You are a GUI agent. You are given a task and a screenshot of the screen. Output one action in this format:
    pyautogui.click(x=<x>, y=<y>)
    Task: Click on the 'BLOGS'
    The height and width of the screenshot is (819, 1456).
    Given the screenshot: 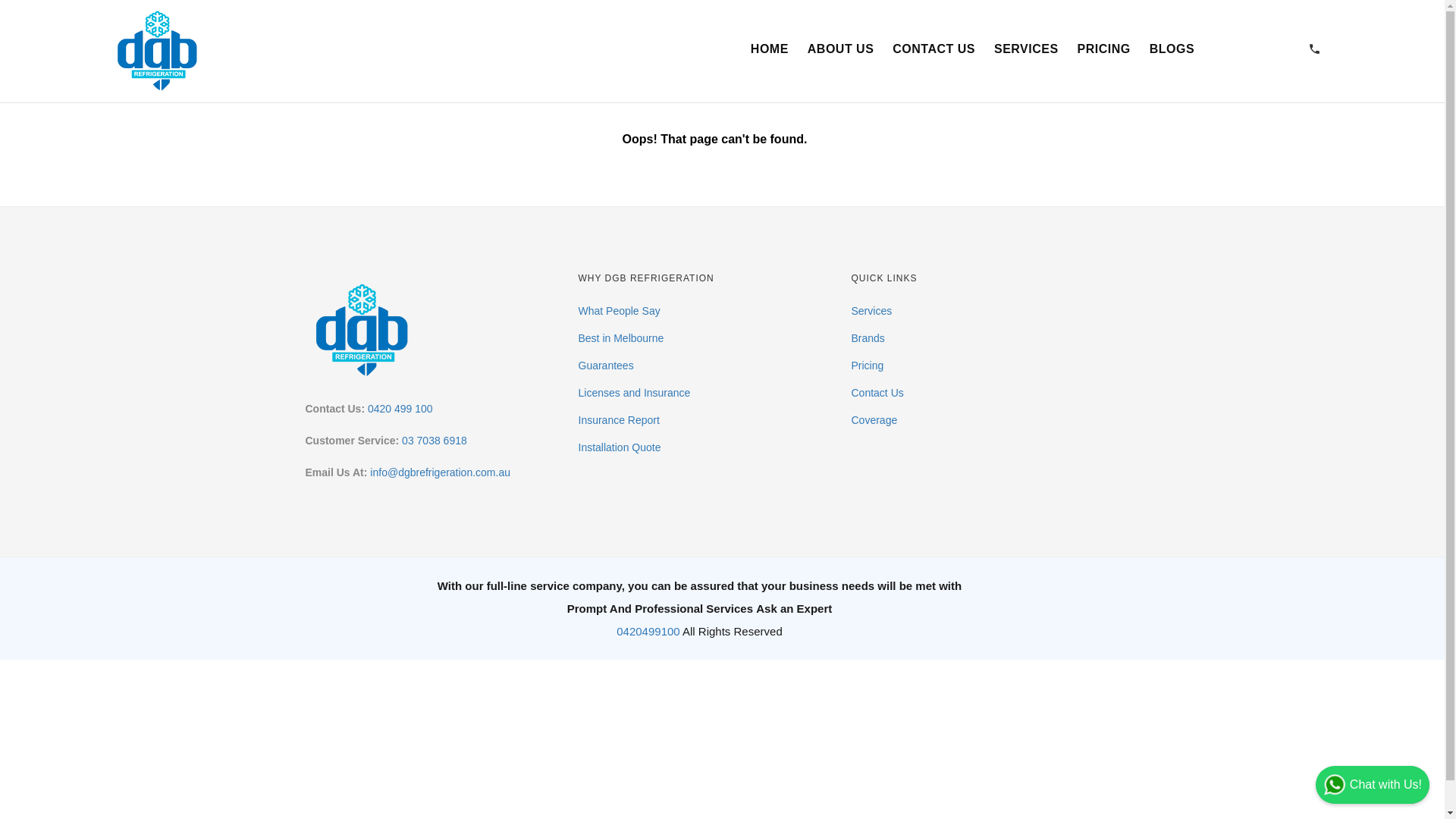 What is the action you would take?
    pyautogui.click(x=1171, y=49)
    